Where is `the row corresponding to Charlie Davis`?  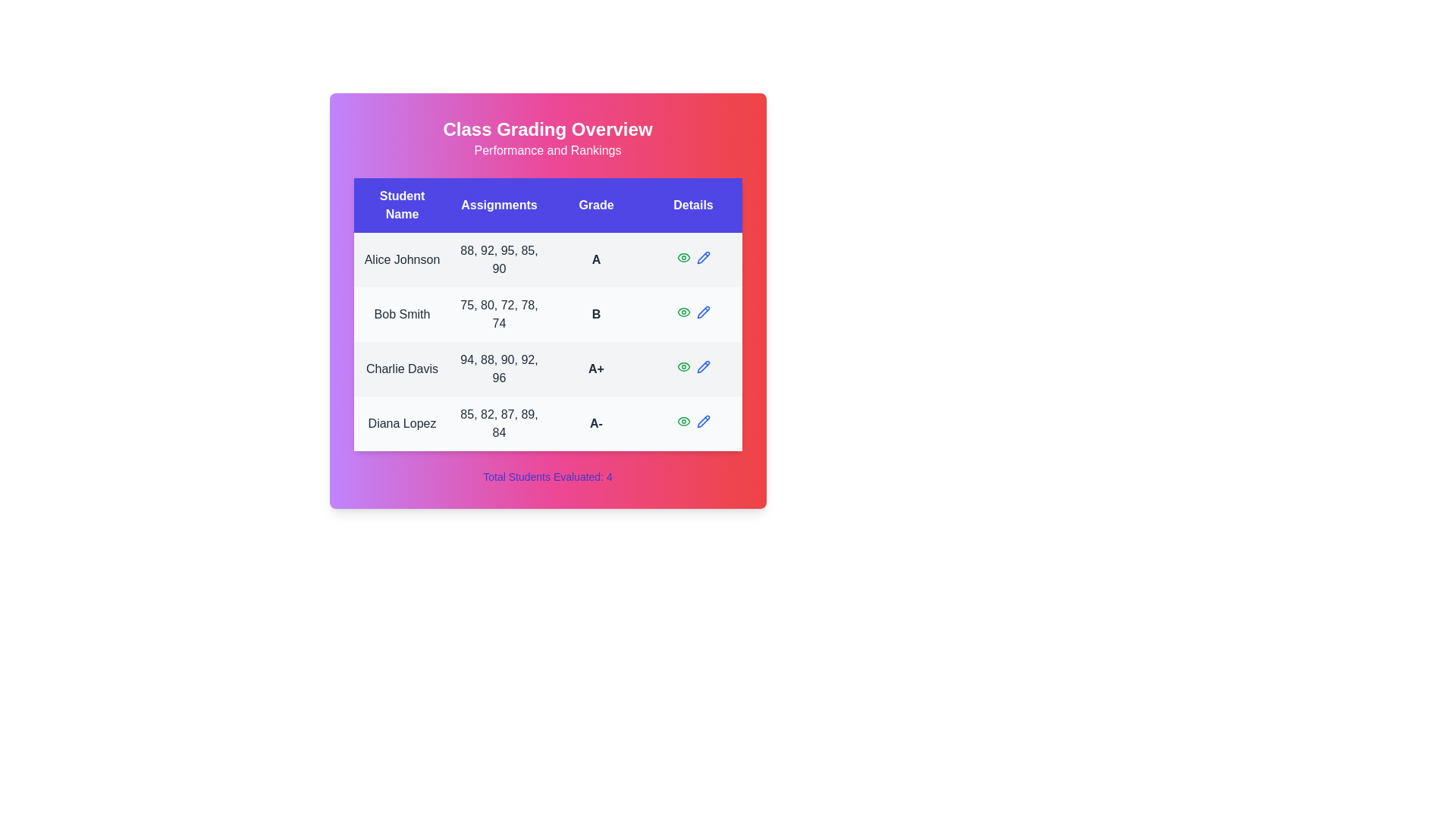 the row corresponding to Charlie Davis is located at coordinates (547, 369).